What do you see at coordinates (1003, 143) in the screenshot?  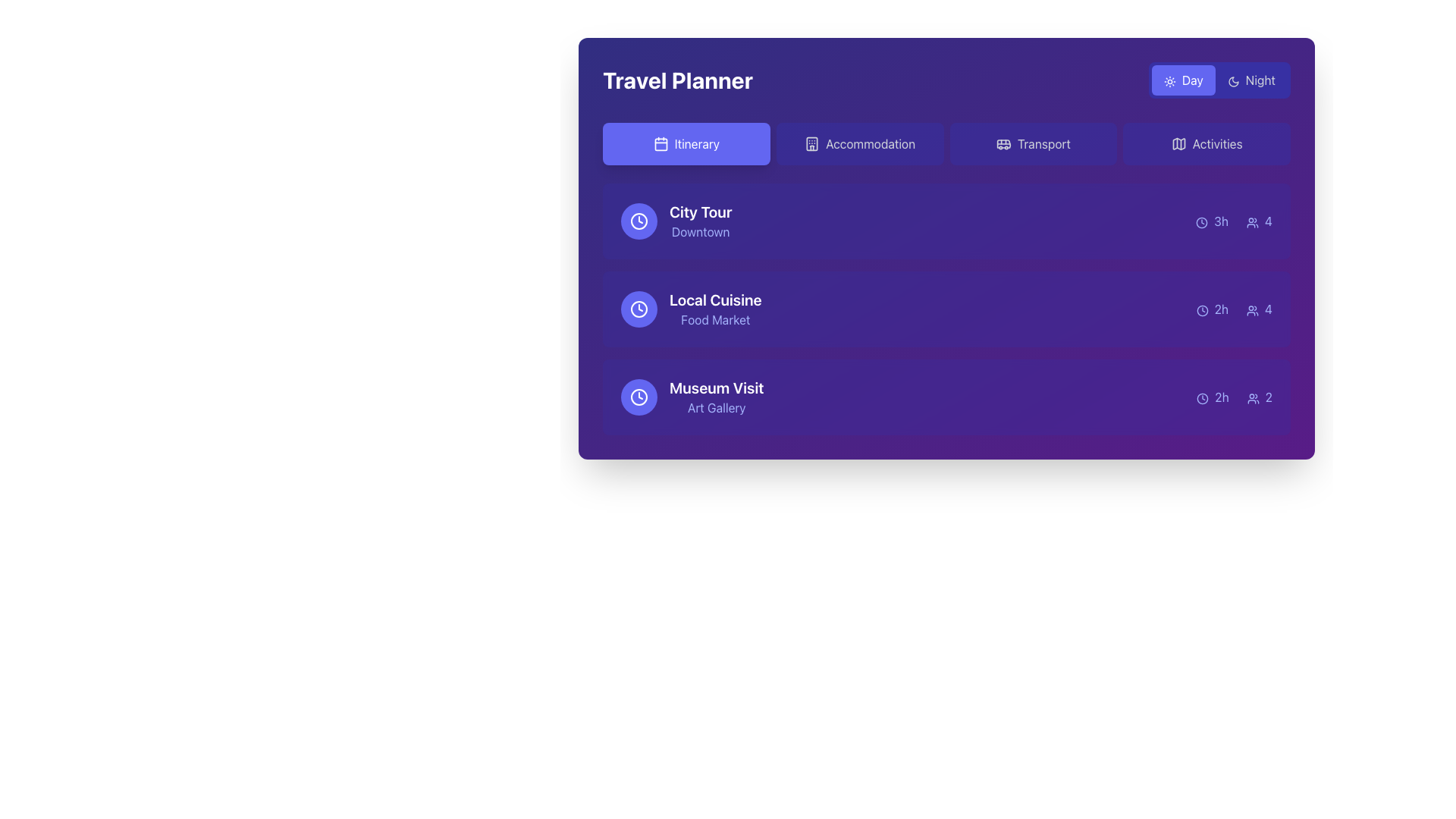 I see `the bus icon in the navigation bar under the 'Transport' menu item, which is located between 'Accommodation' and 'Activities'` at bounding box center [1003, 143].